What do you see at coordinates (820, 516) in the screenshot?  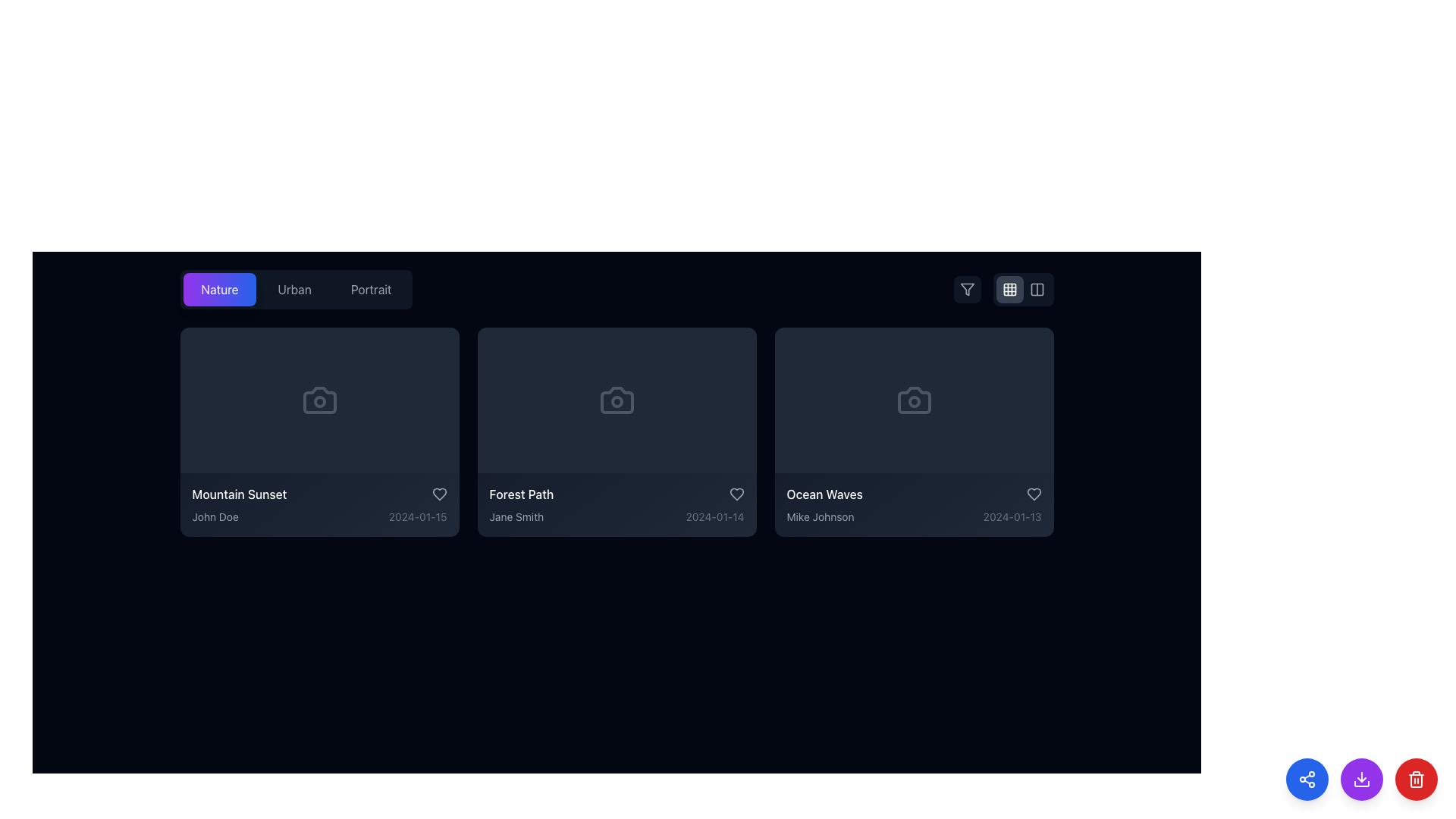 I see `text label displaying 'Mike Johnson' which is located below the title 'Ocean Waves' in the third item of a horizontal list` at bounding box center [820, 516].